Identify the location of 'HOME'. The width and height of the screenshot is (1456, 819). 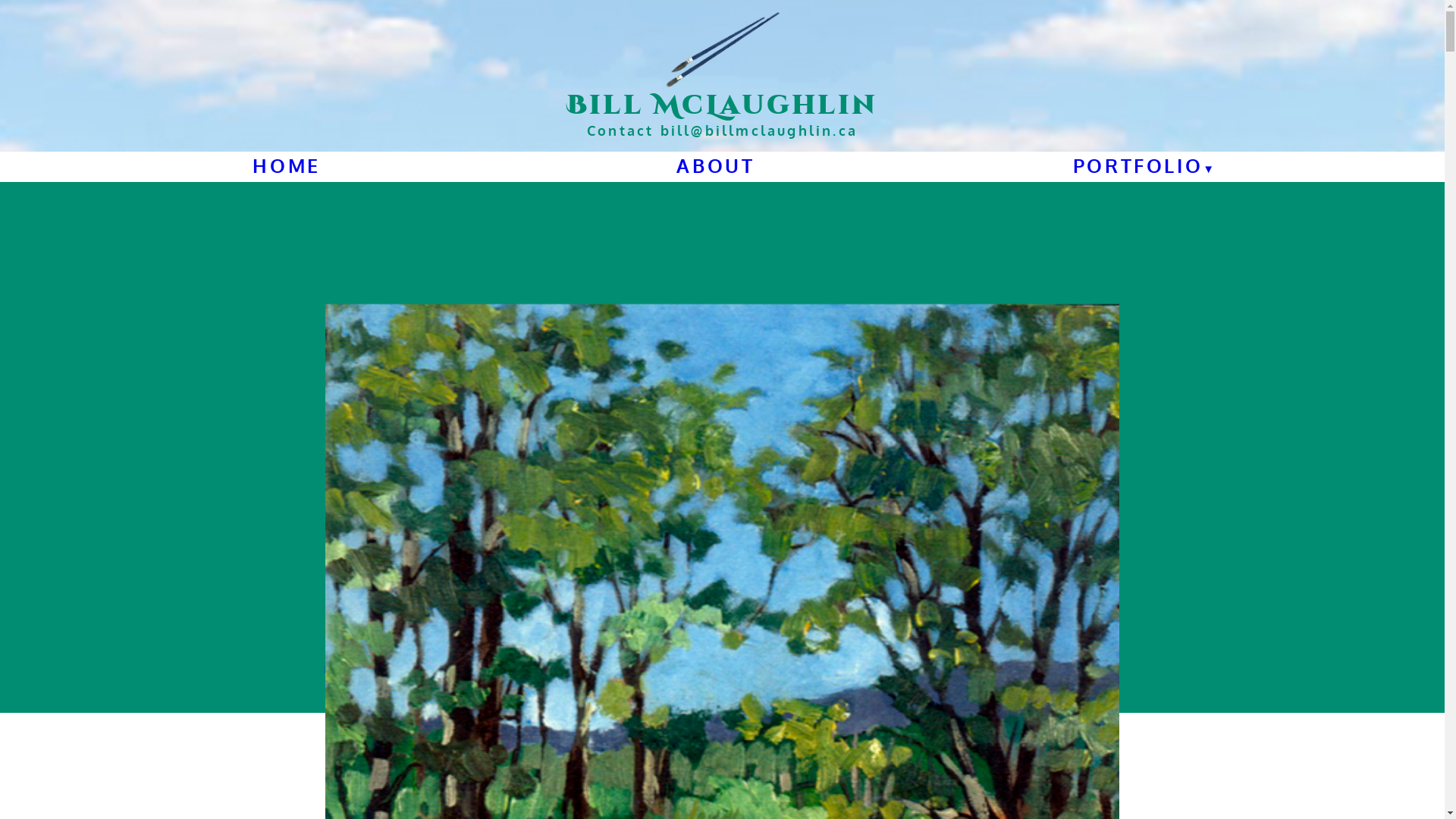
(287, 165).